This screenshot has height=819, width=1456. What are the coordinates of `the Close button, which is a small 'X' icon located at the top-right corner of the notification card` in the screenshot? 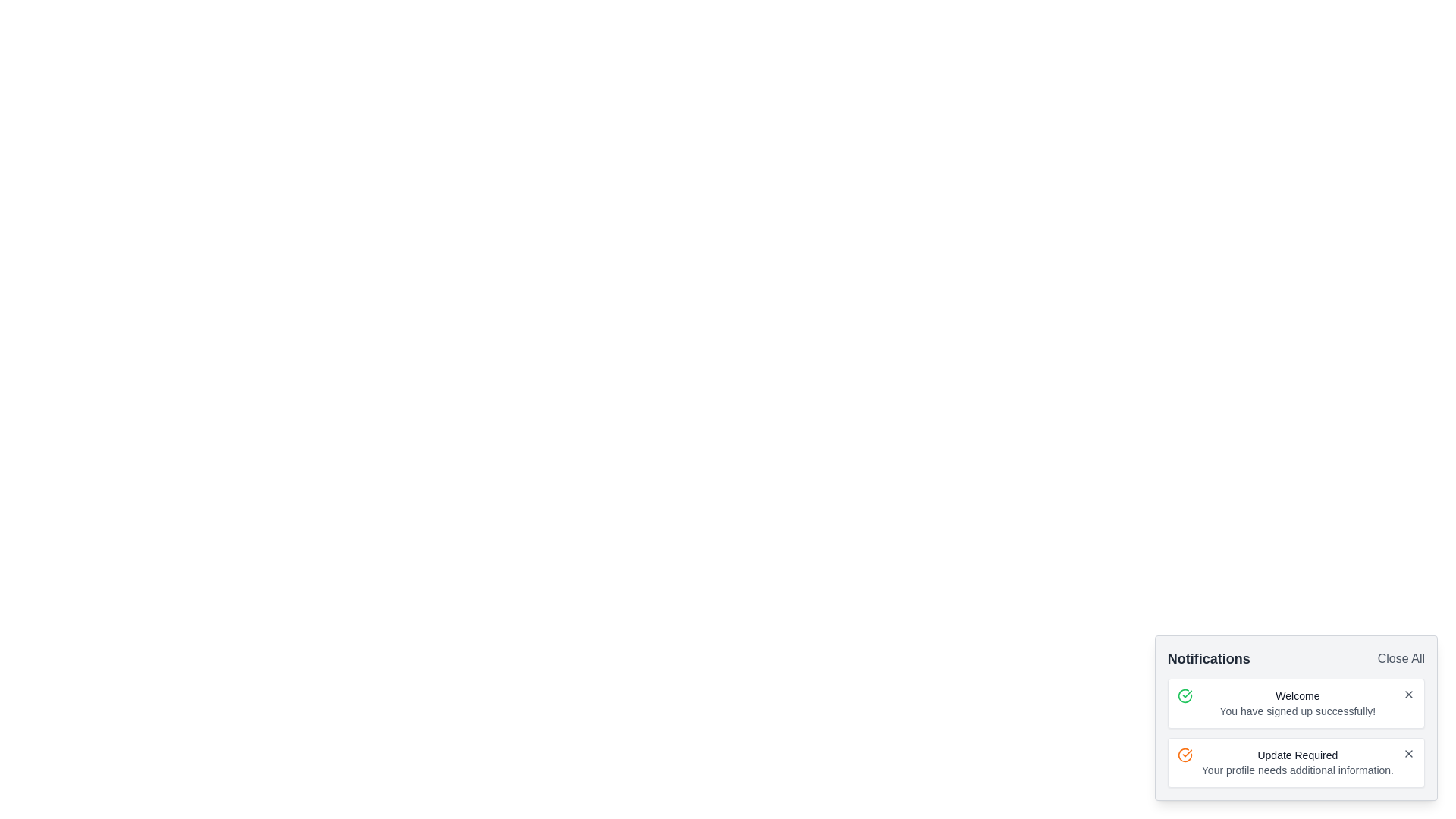 It's located at (1407, 694).